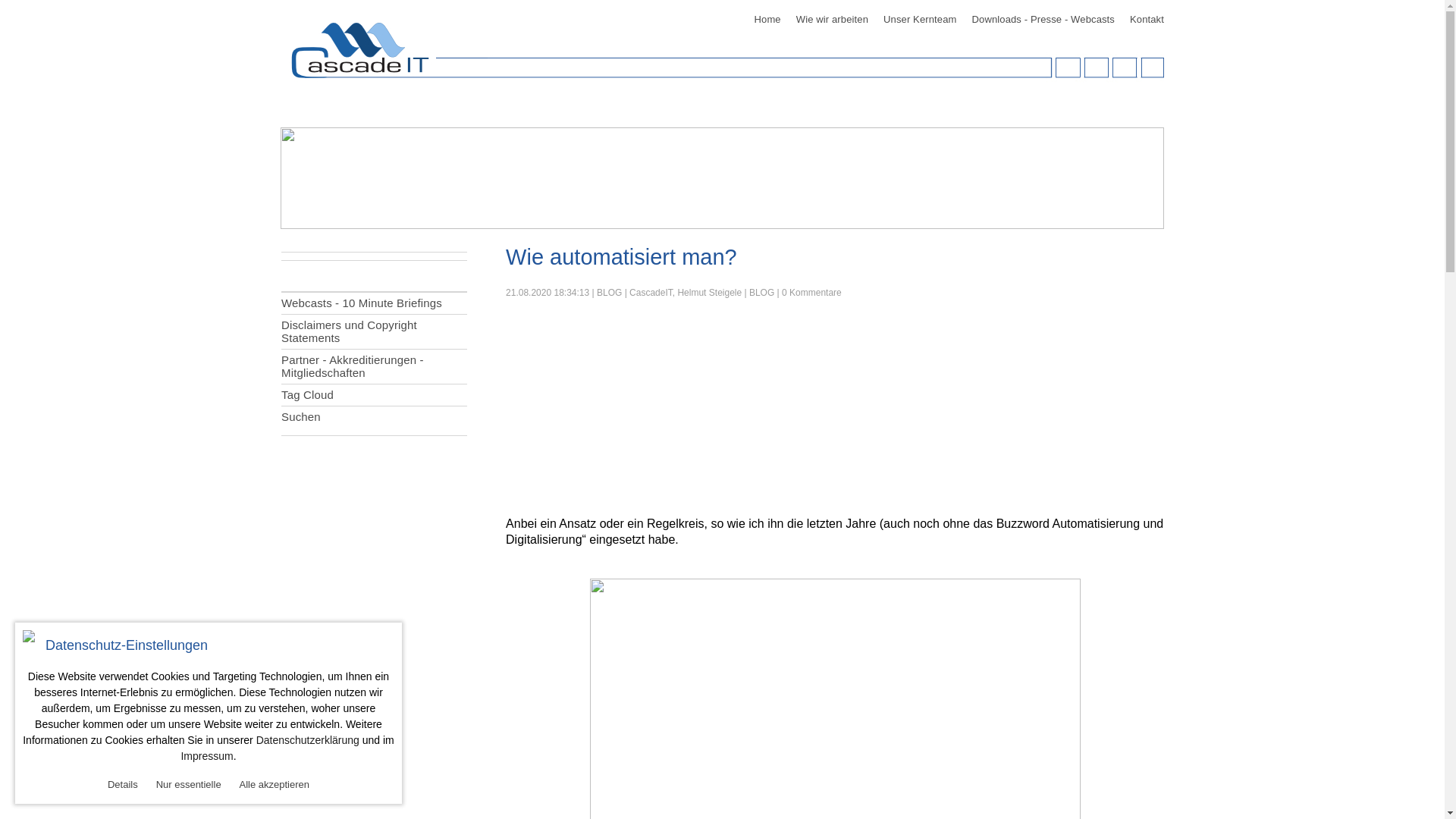  Describe the element at coordinates (374, 303) in the screenshot. I see `'Webcasts - 10 Minute Briefings'` at that location.